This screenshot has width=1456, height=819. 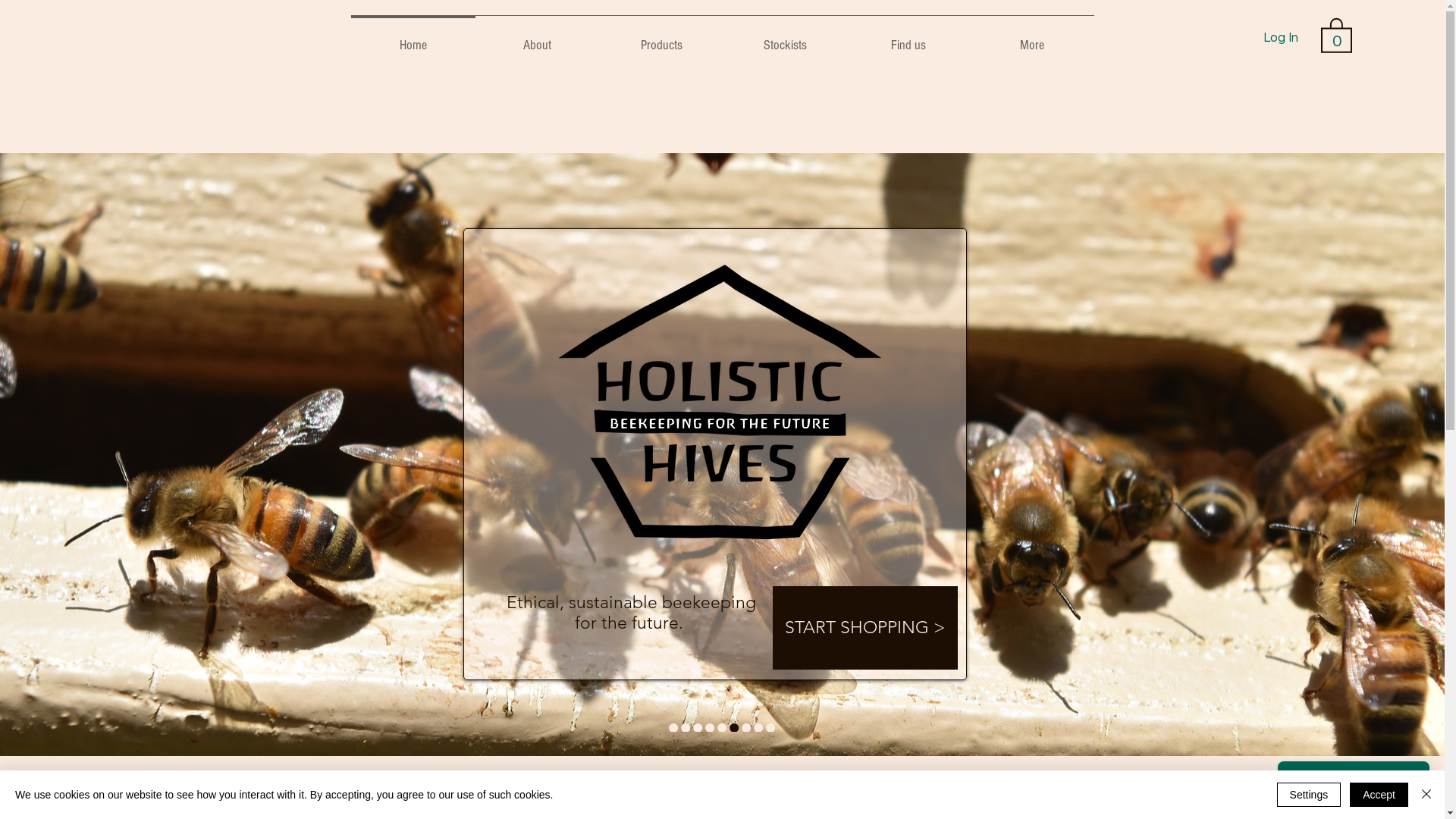 What do you see at coordinates (661, 37) in the screenshot?
I see `'Products'` at bounding box center [661, 37].